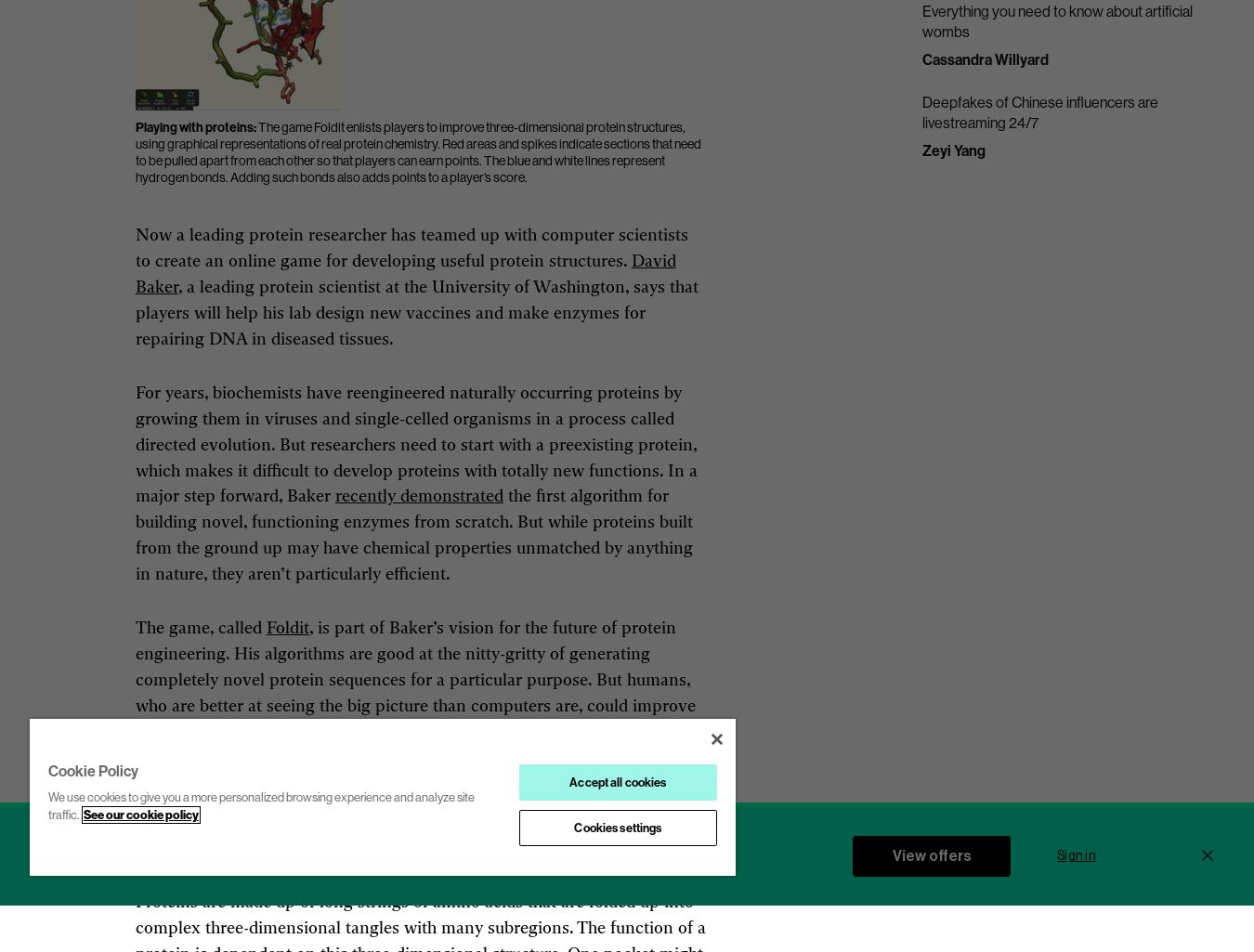 This screenshot has height=952, width=1254. I want to click on 'For years, biochemists have reengineered naturally occurring proteins by growing them in viruses and single-celled organisms in a process called directed evolution. But researchers need to start with a preexisting protein, which makes it difficult to develop proteins with totally new functions. In a major step forward, Baker', so click(134, 445).